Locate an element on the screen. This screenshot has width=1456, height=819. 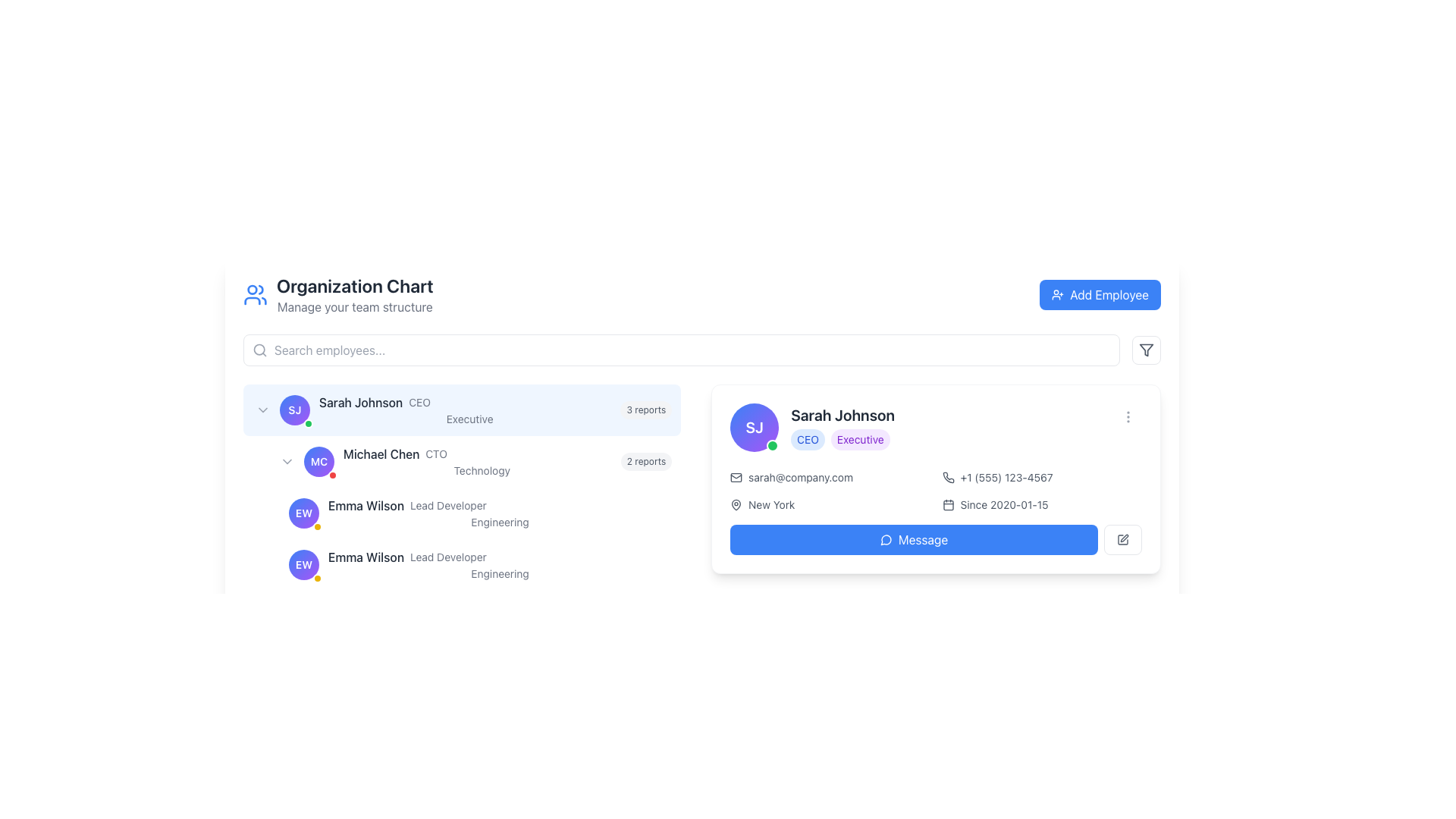
the Notification badge located in the bottom-right corner of the circular avatar displaying the initials 'EW' is located at coordinates (316, 526).